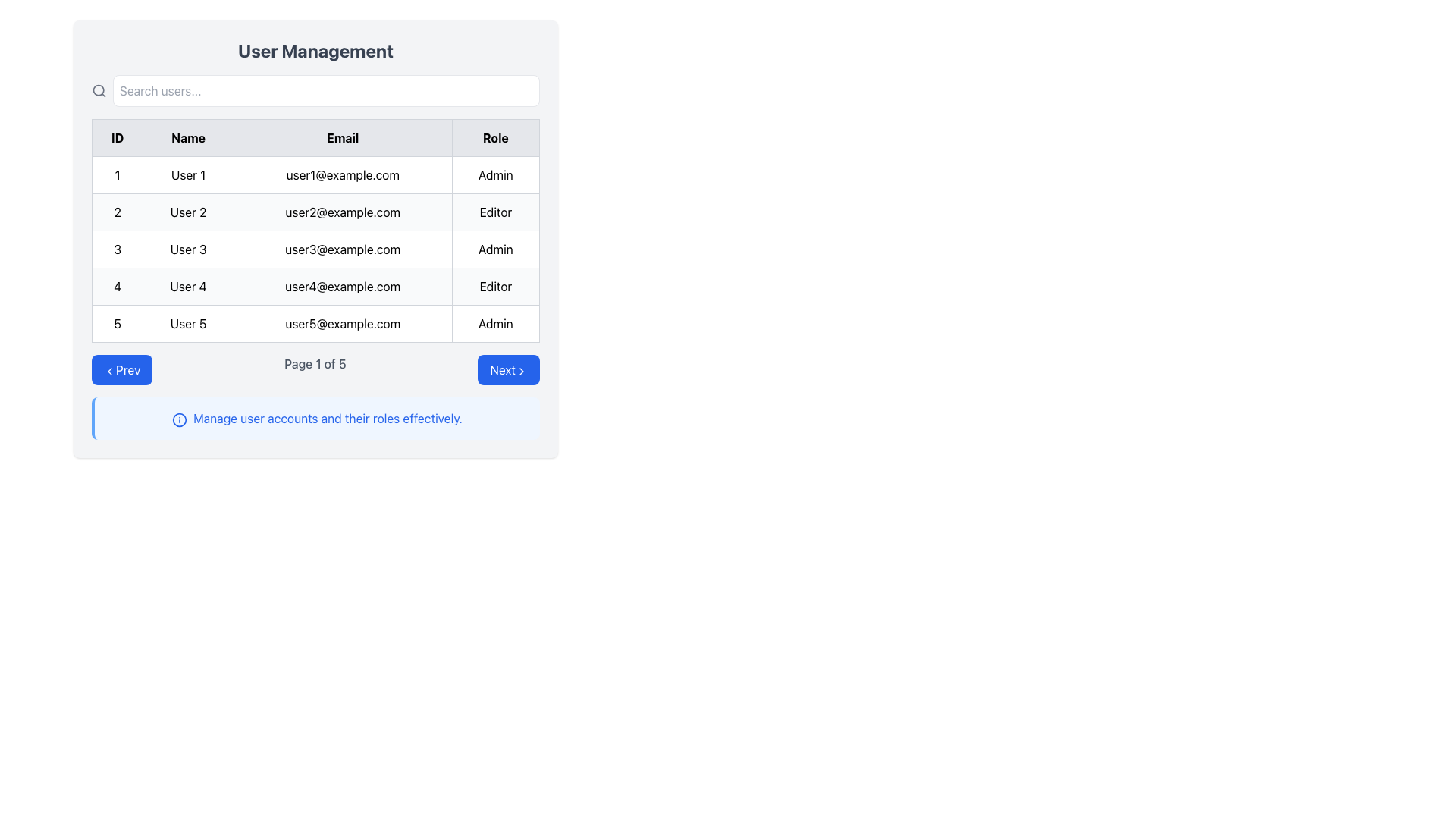 Image resolution: width=1456 pixels, height=819 pixels. What do you see at coordinates (117, 137) in the screenshot?
I see `the Table Header Cell that serves as the header for the first column in the table, located at the top-left corner of the table area` at bounding box center [117, 137].